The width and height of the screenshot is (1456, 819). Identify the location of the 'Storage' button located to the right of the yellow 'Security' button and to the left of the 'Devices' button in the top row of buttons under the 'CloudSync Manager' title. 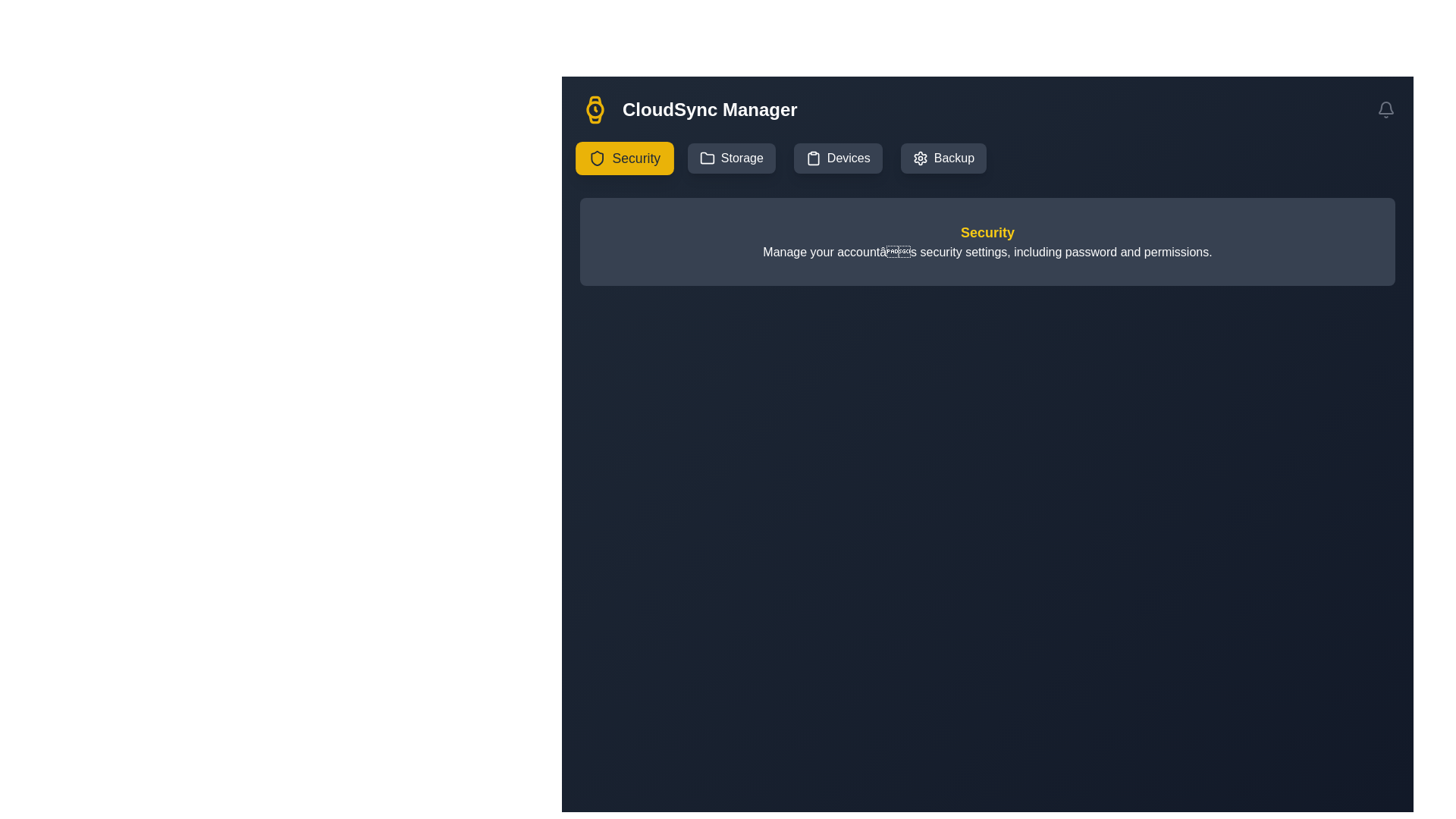
(731, 158).